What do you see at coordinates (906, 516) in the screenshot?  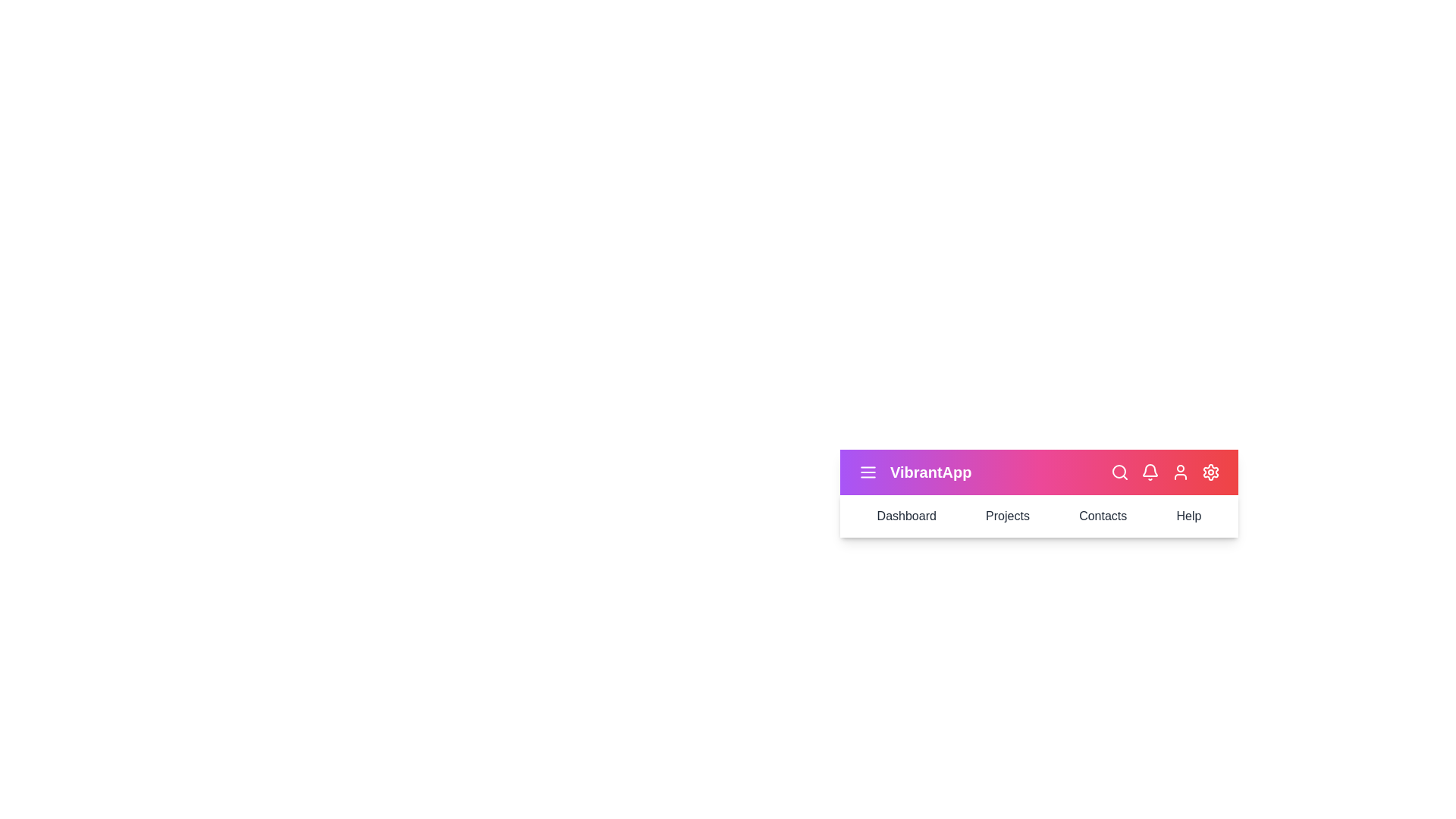 I see `the menu option labeled Dashboard` at bounding box center [906, 516].